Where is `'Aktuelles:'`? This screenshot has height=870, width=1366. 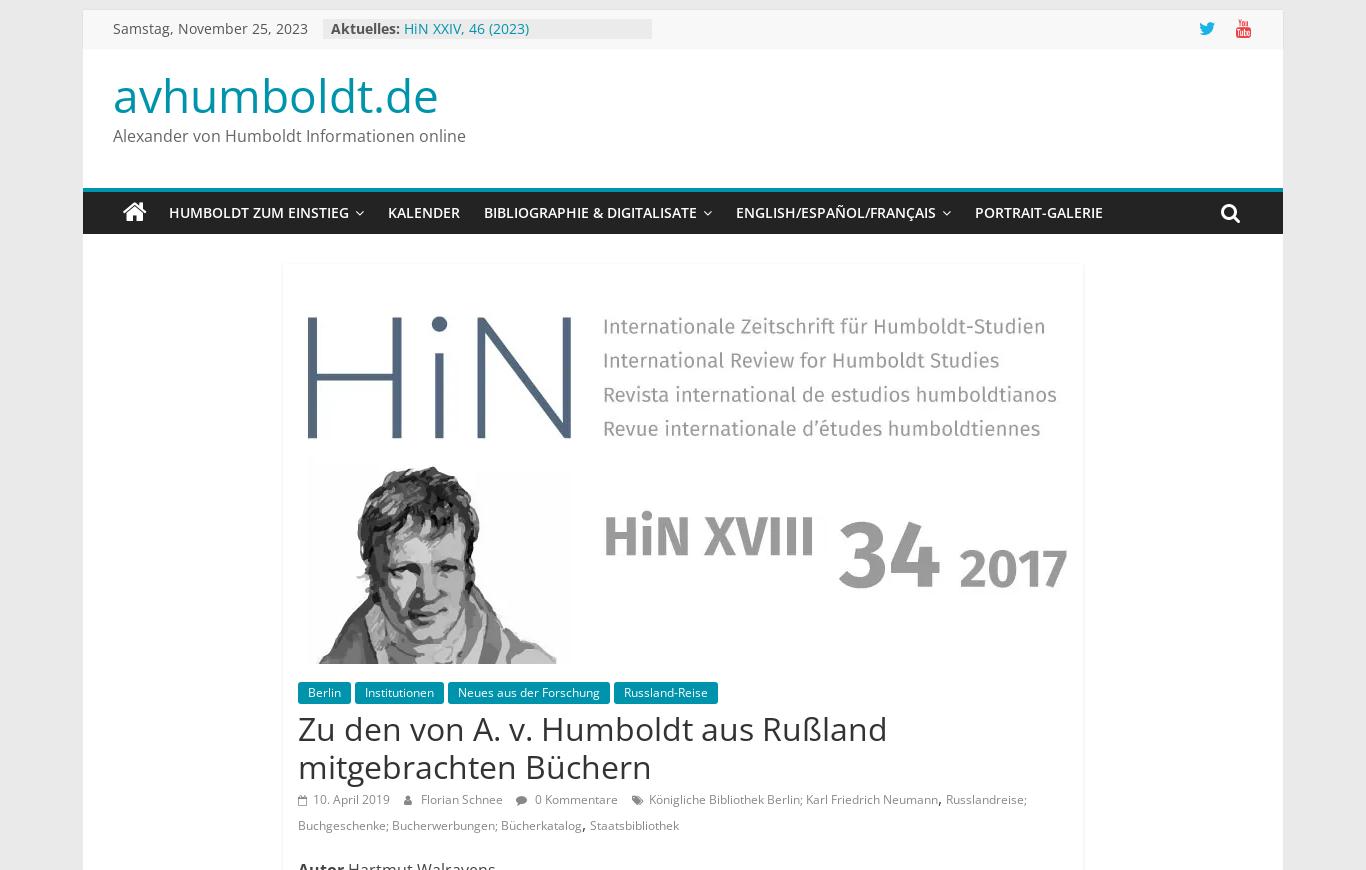
'Aktuelles:' is located at coordinates (364, 27).